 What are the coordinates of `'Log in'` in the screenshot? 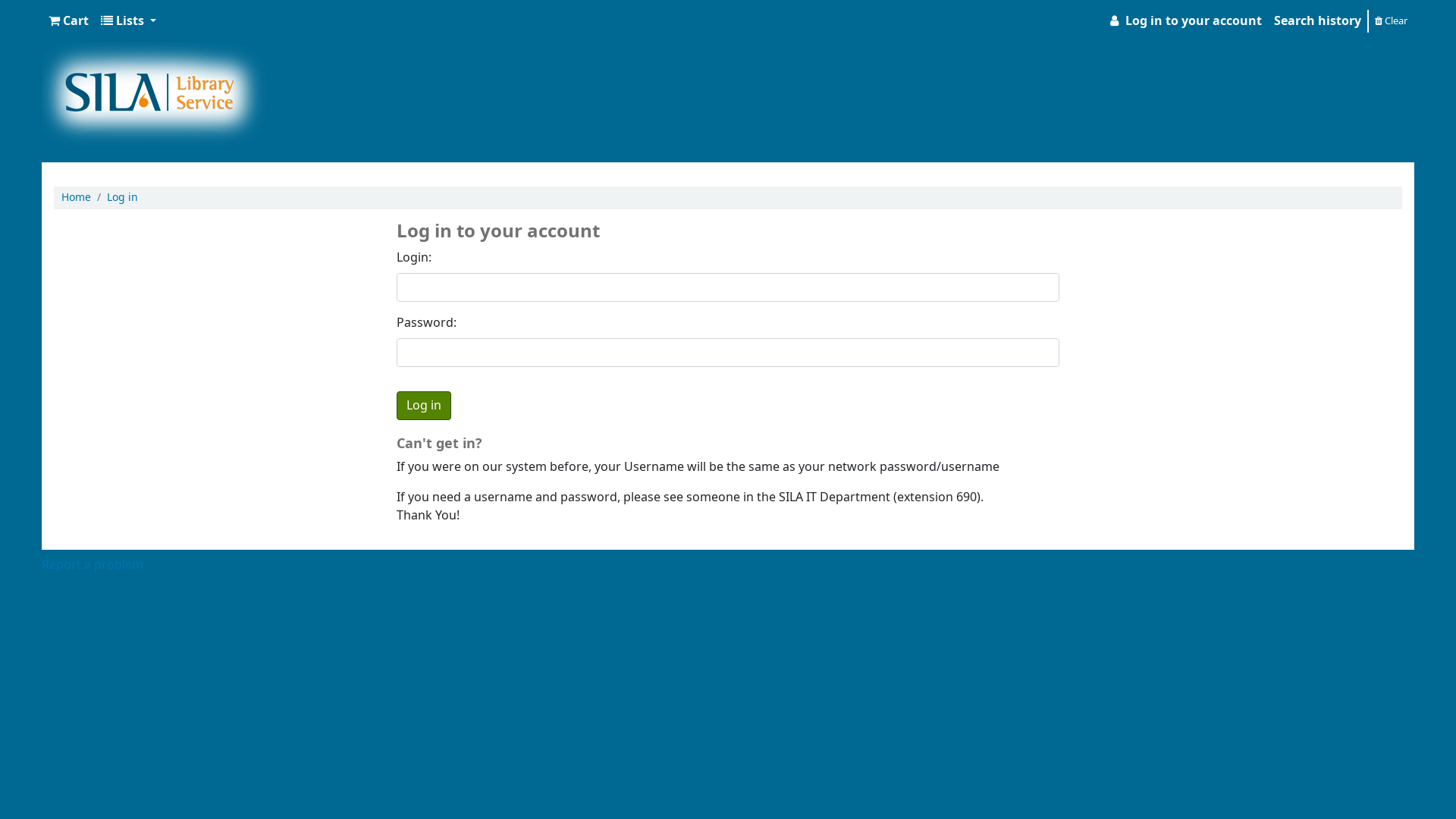 It's located at (122, 196).